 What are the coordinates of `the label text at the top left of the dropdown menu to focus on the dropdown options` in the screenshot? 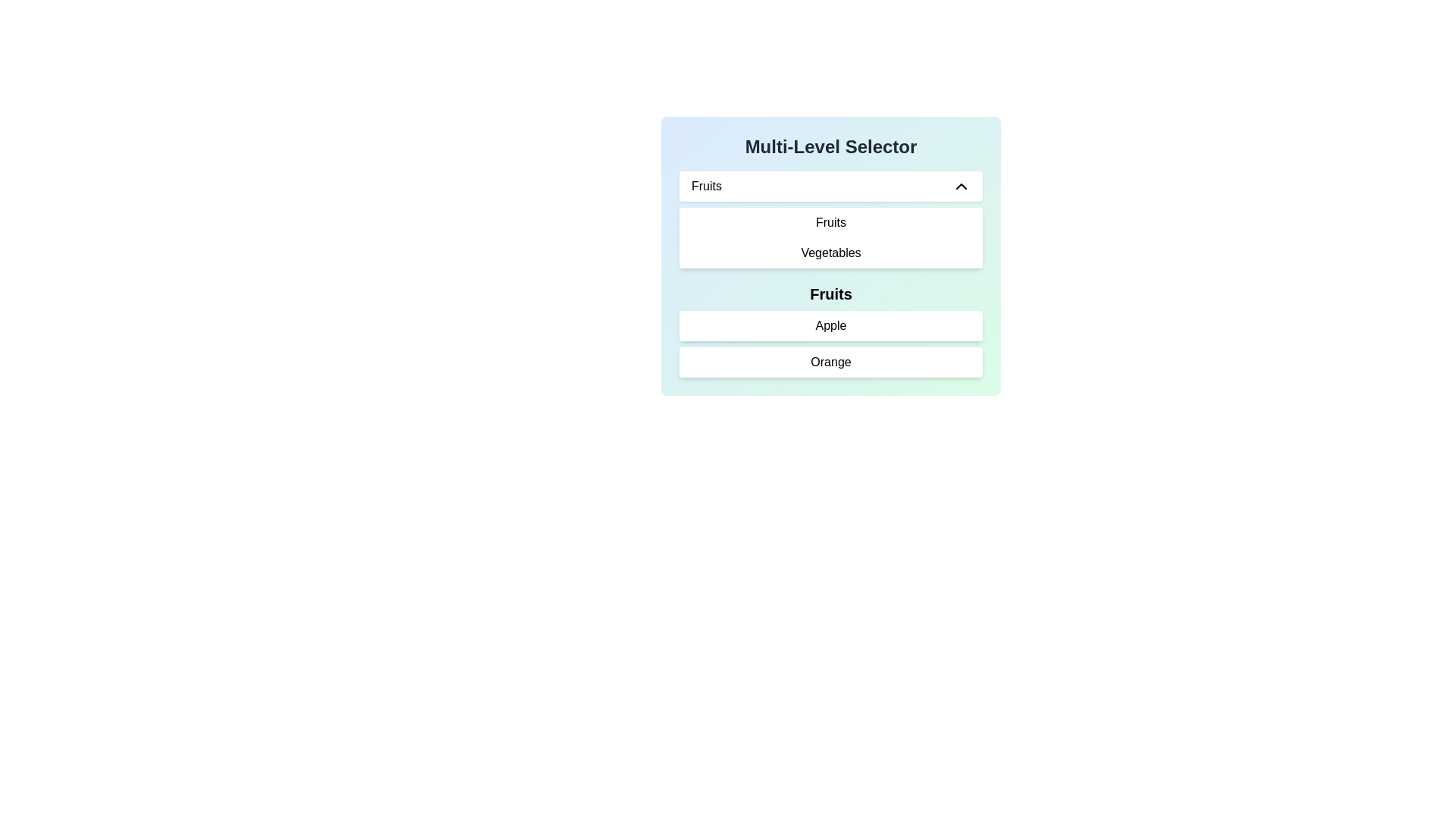 It's located at (705, 186).